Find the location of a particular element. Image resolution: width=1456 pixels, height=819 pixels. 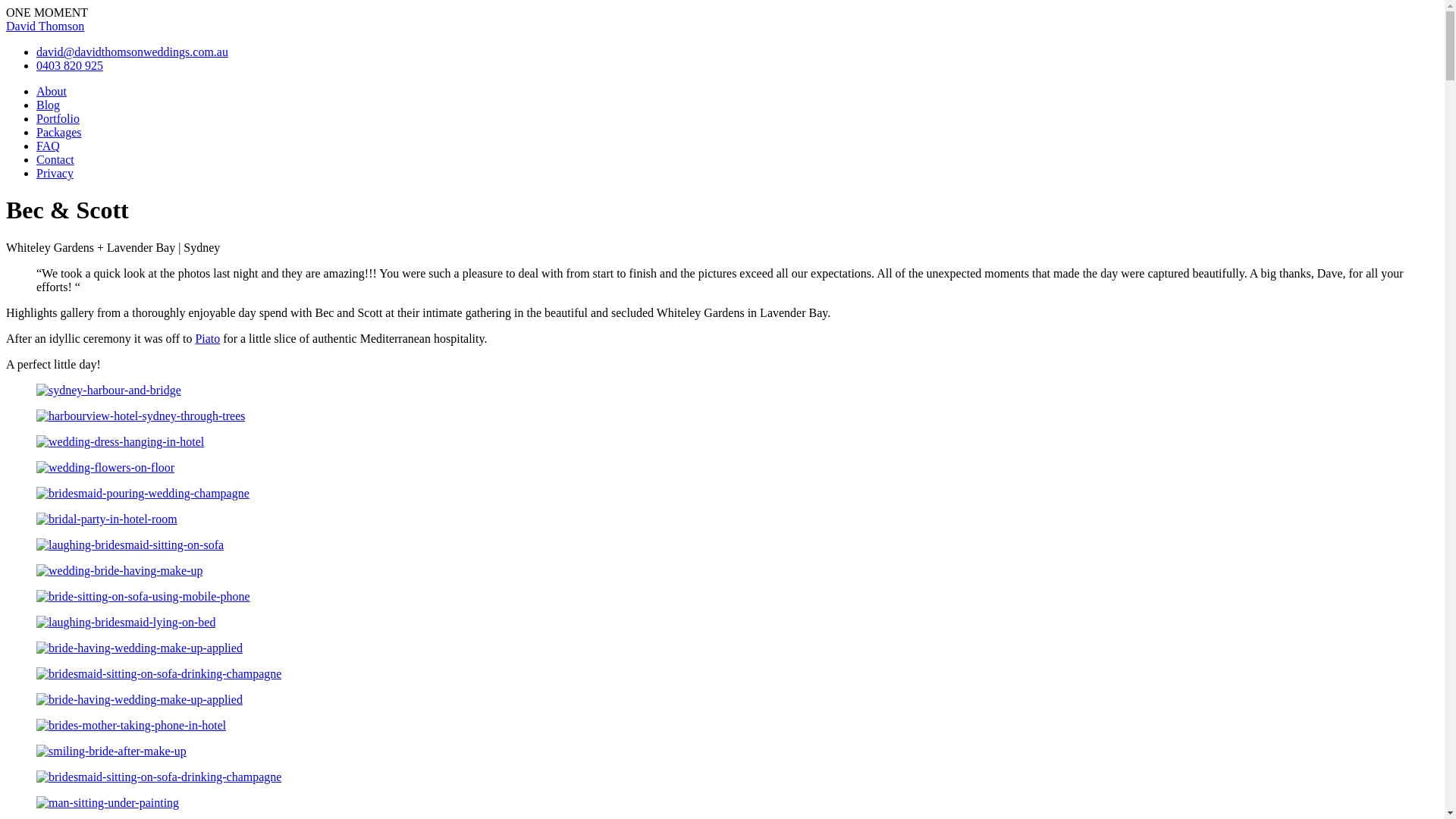

'Privacy' is located at coordinates (55, 172).